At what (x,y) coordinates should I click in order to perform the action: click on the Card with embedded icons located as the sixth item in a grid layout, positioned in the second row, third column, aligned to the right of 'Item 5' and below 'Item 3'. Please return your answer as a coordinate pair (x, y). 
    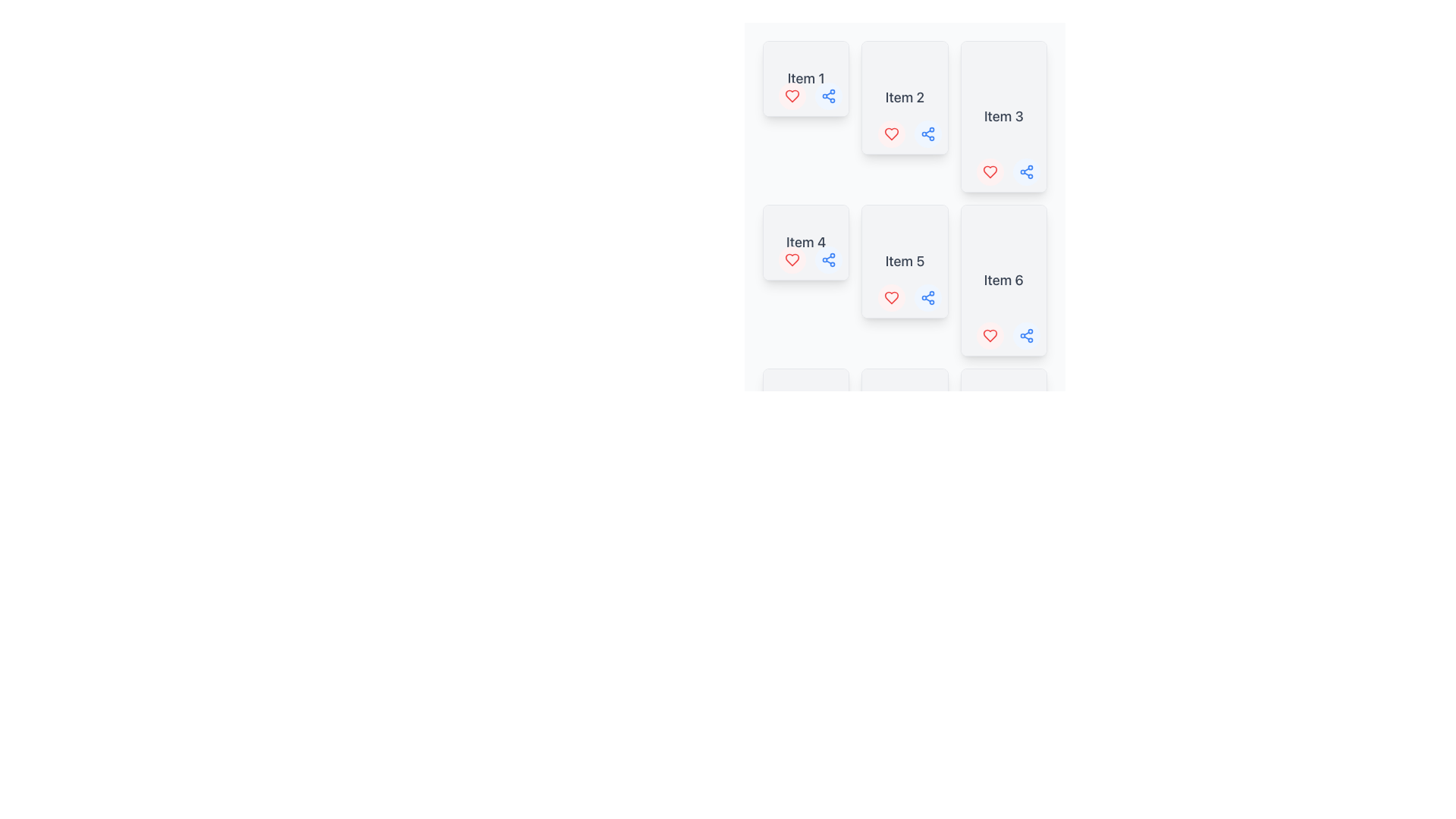
    Looking at the image, I should click on (1003, 281).